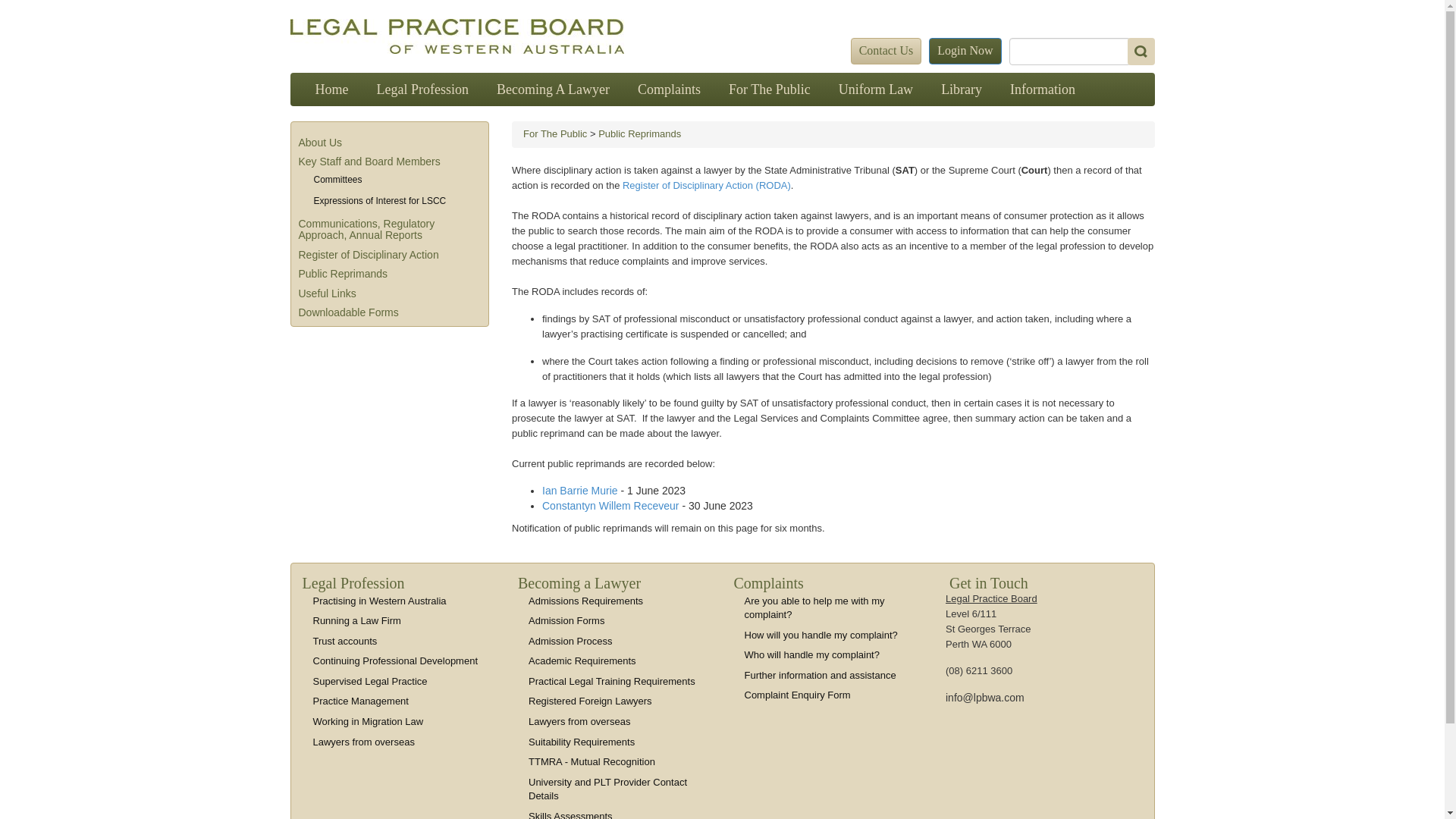 Image resolution: width=1456 pixels, height=819 pixels. What do you see at coordinates (312, 600) in the screenshot?
I see `'Practising in Western Australia'` at bounding box center [312, 600].